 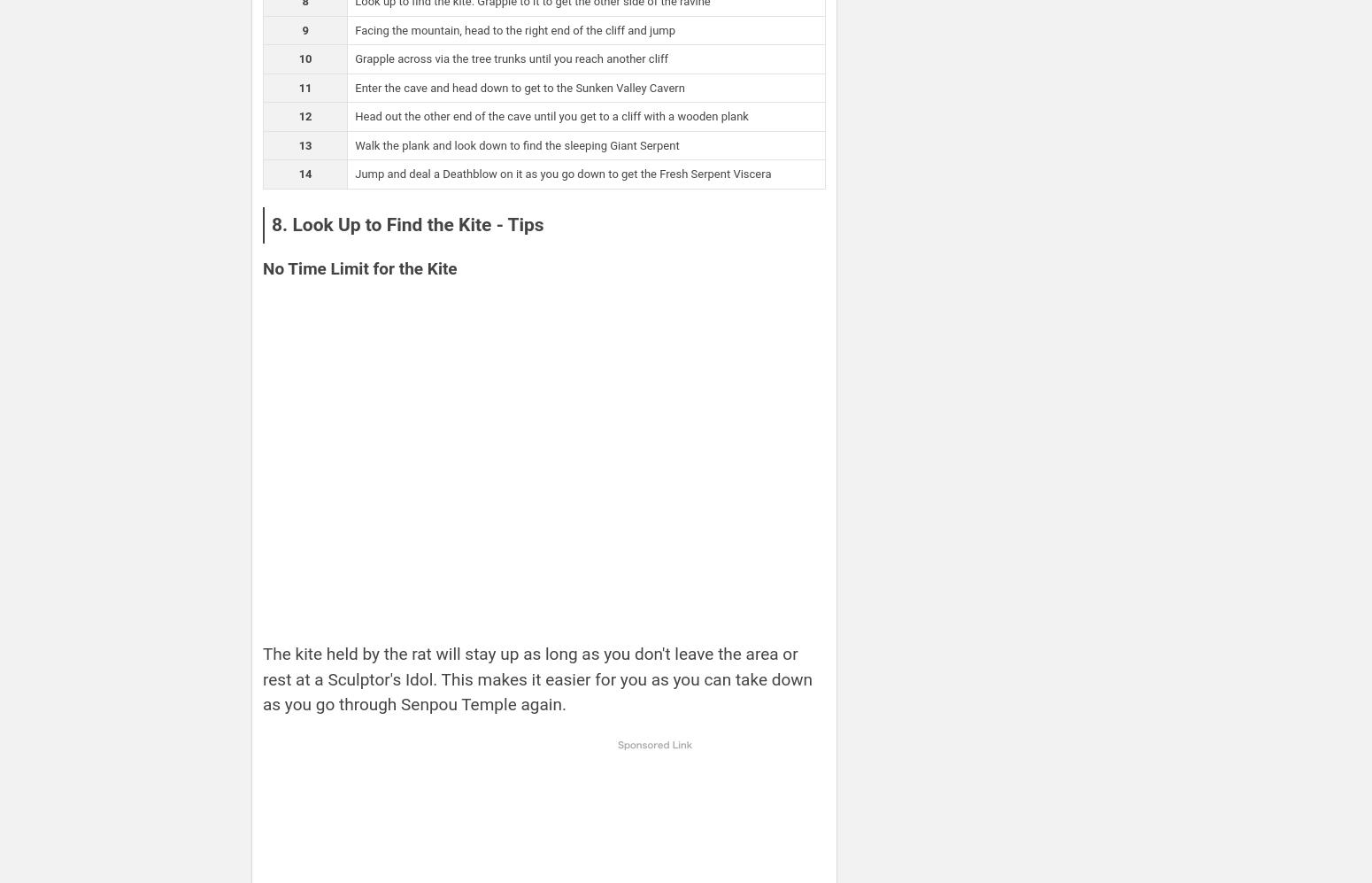 I want to click on 'Head out the other end of the cave until you get to a cliff with a wooden plank', so click(x=550, y=116).